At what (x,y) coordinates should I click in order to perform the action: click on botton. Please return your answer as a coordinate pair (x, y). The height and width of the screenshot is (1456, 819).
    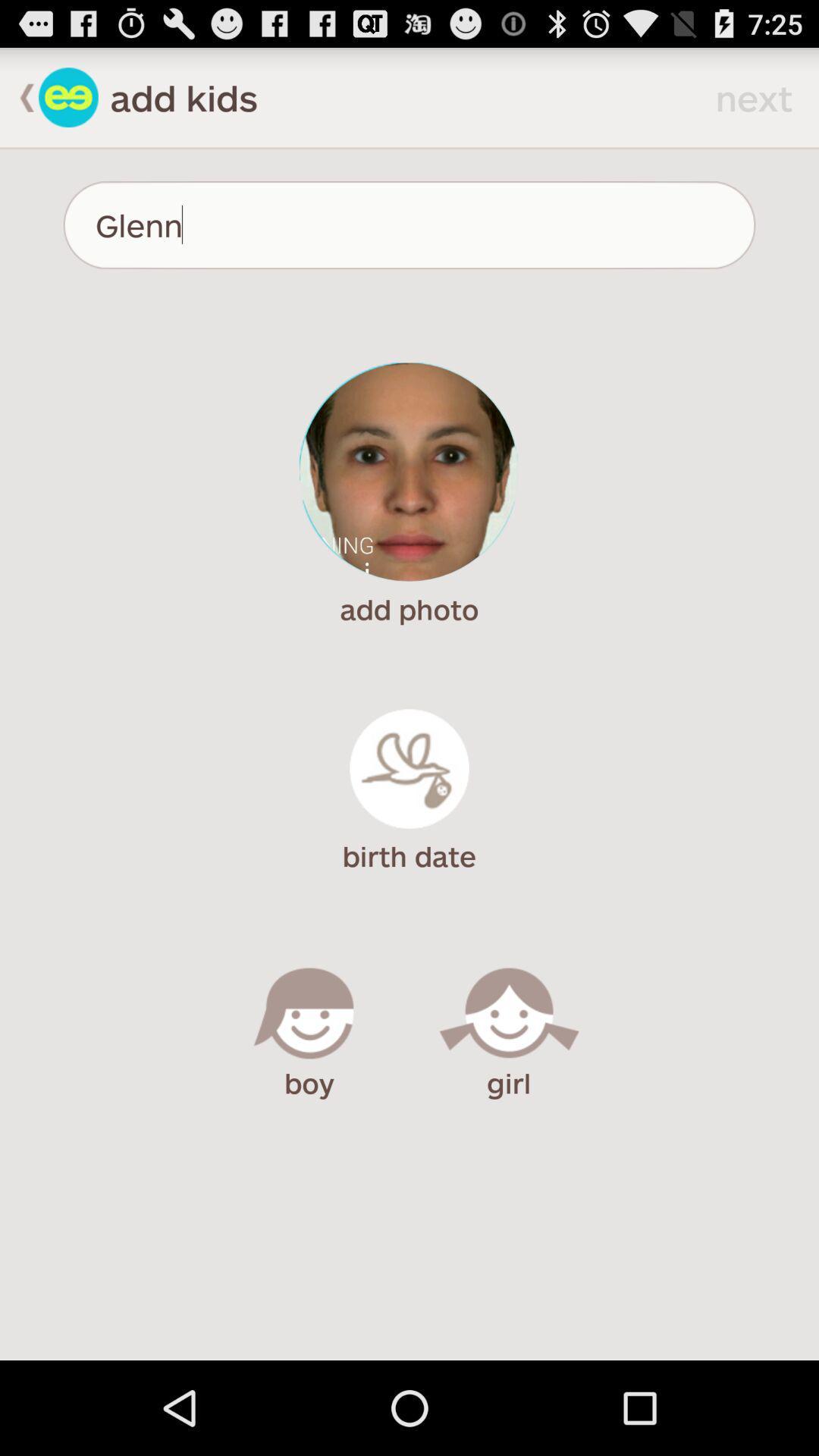
    Looking at the image, I should click on (68, 96).